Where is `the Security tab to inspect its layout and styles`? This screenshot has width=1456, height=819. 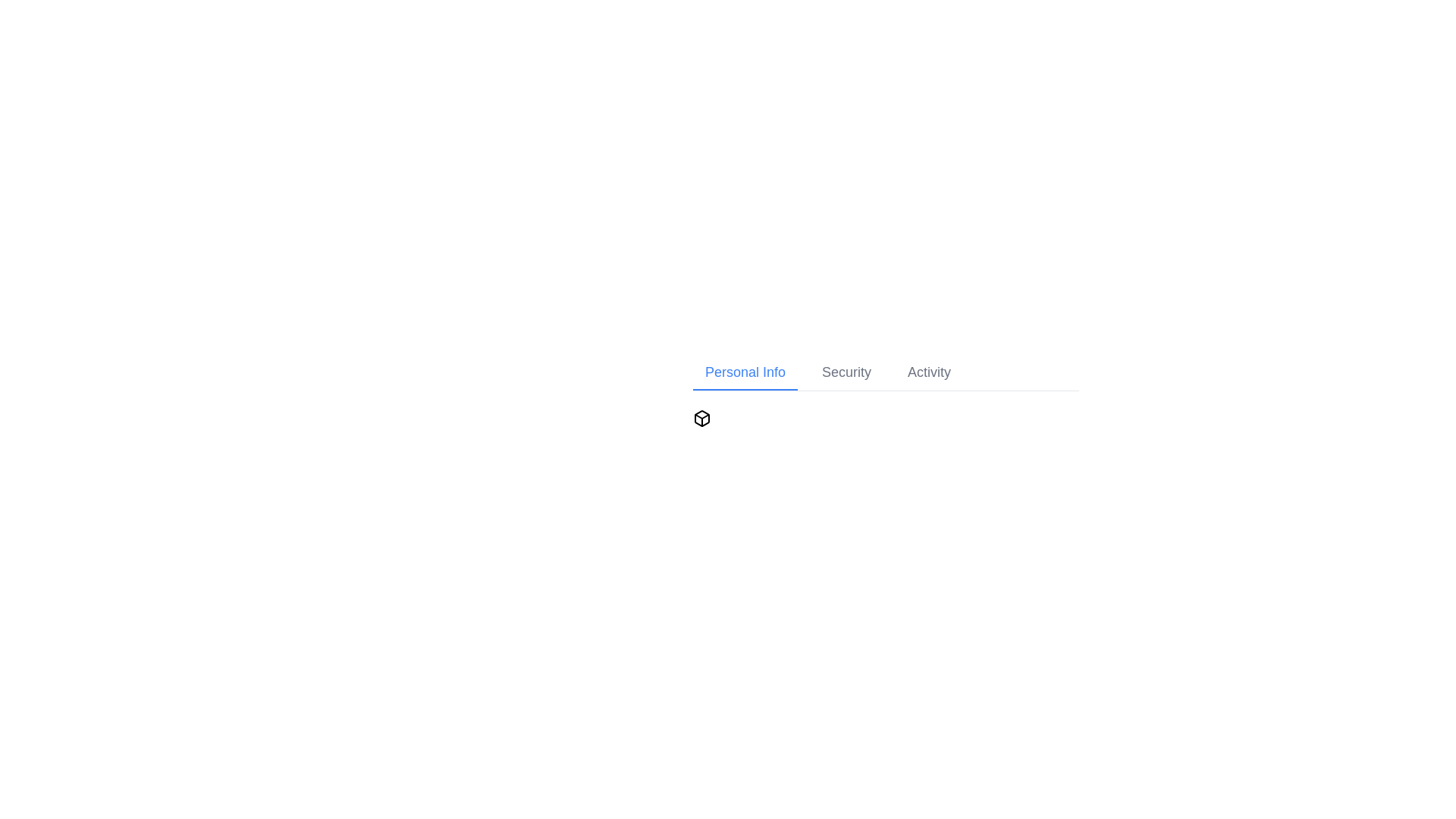 the Security tab to inspect its layout and styles is located at coordinates (846, 373).